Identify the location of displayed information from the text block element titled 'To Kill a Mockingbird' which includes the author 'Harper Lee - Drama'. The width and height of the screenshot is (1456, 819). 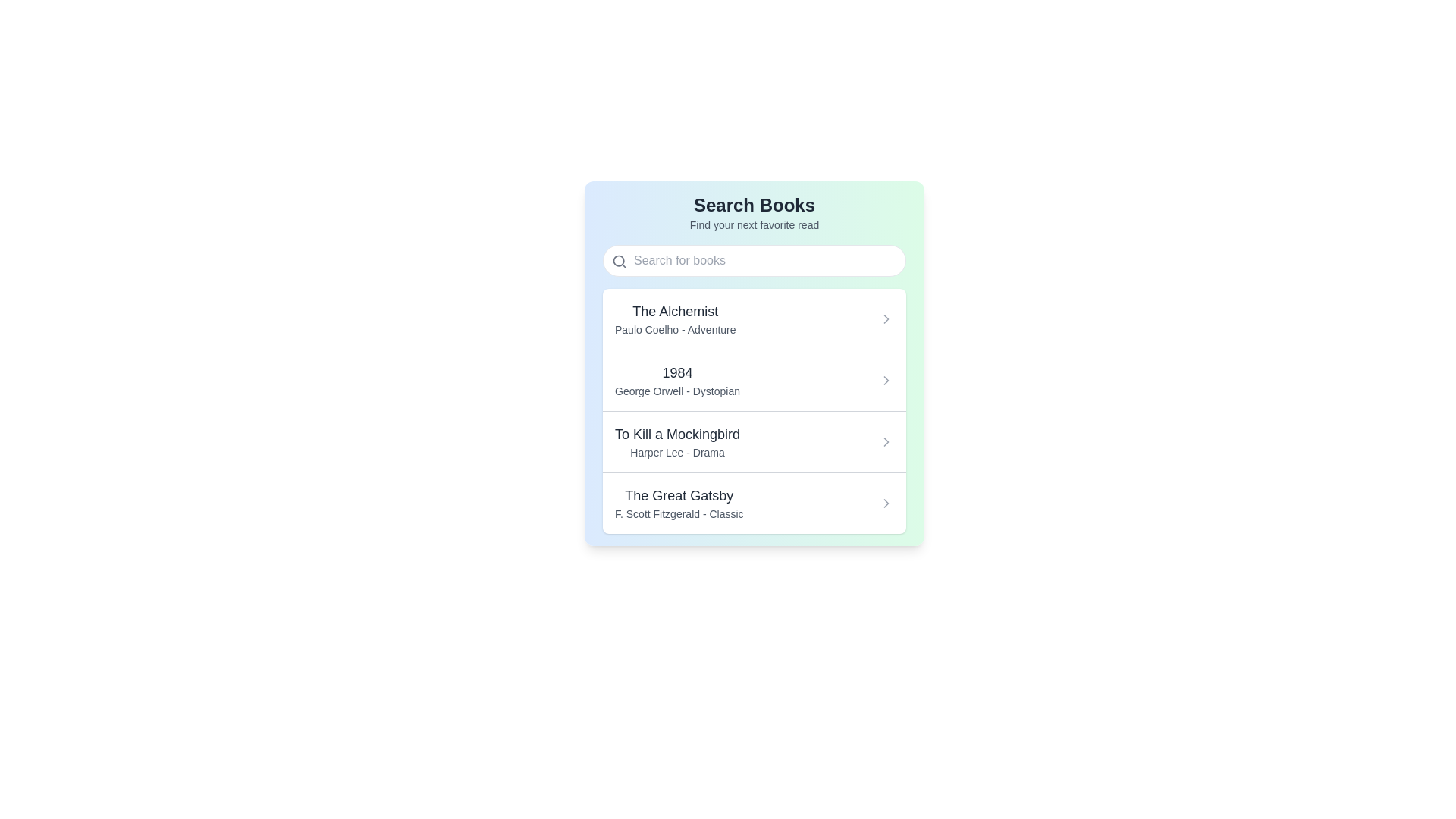
(676, 441).